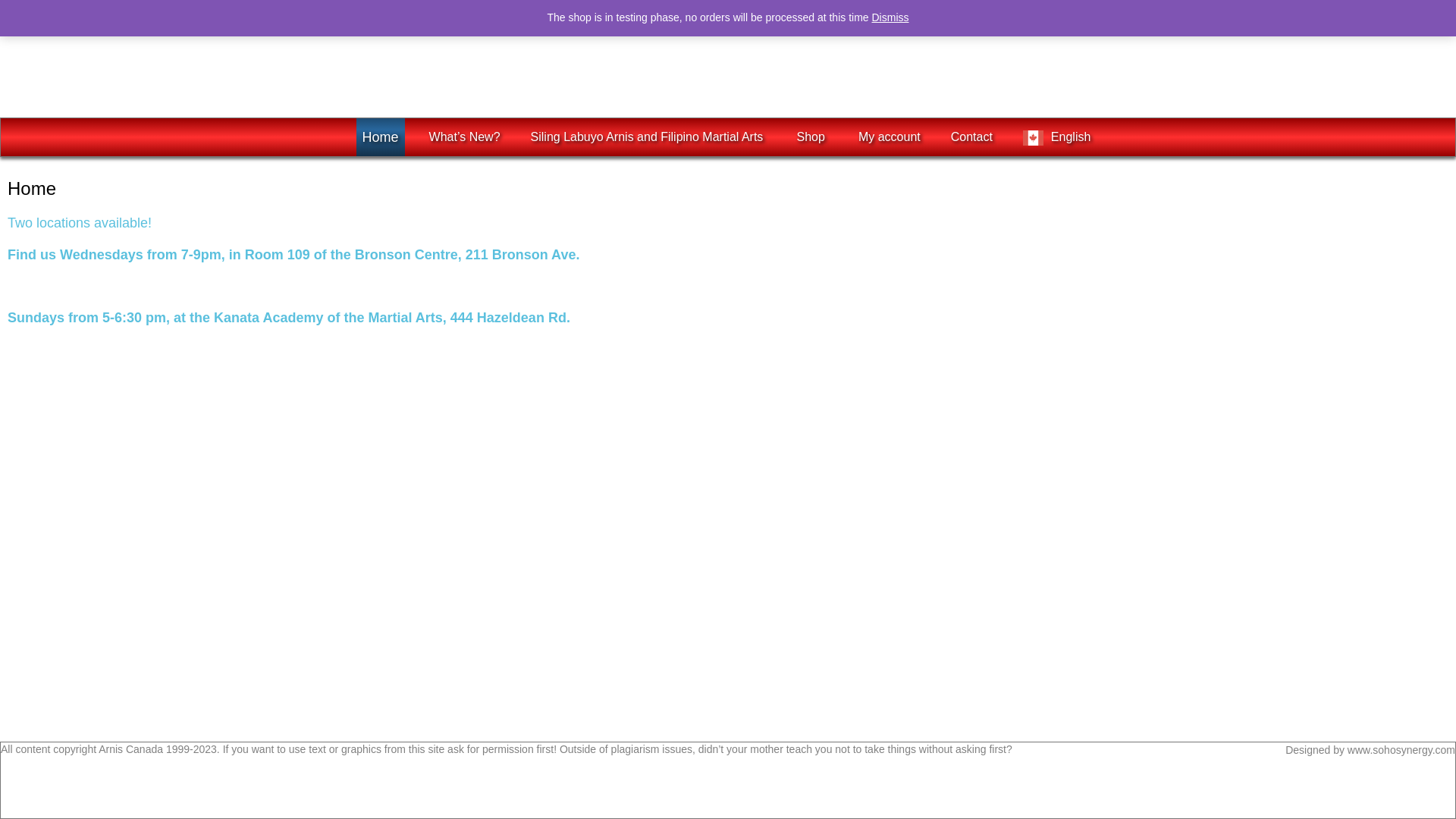 The width and height of the screenshot is (1456, 819). I want to click on 'Contact', so click(971, 137).